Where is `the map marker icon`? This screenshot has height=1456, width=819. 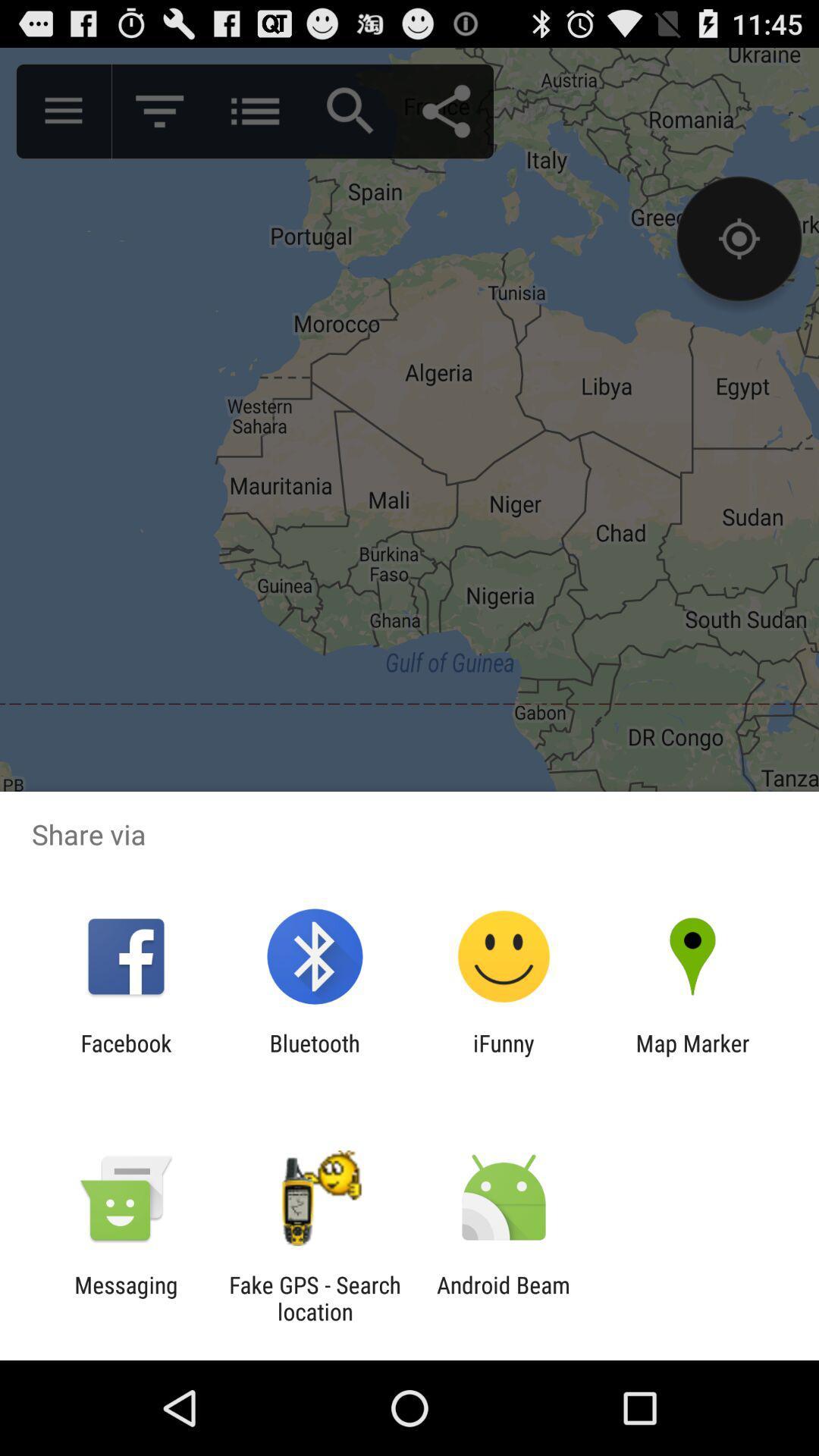
the map marker icon is located at coordinates (692, 1056).